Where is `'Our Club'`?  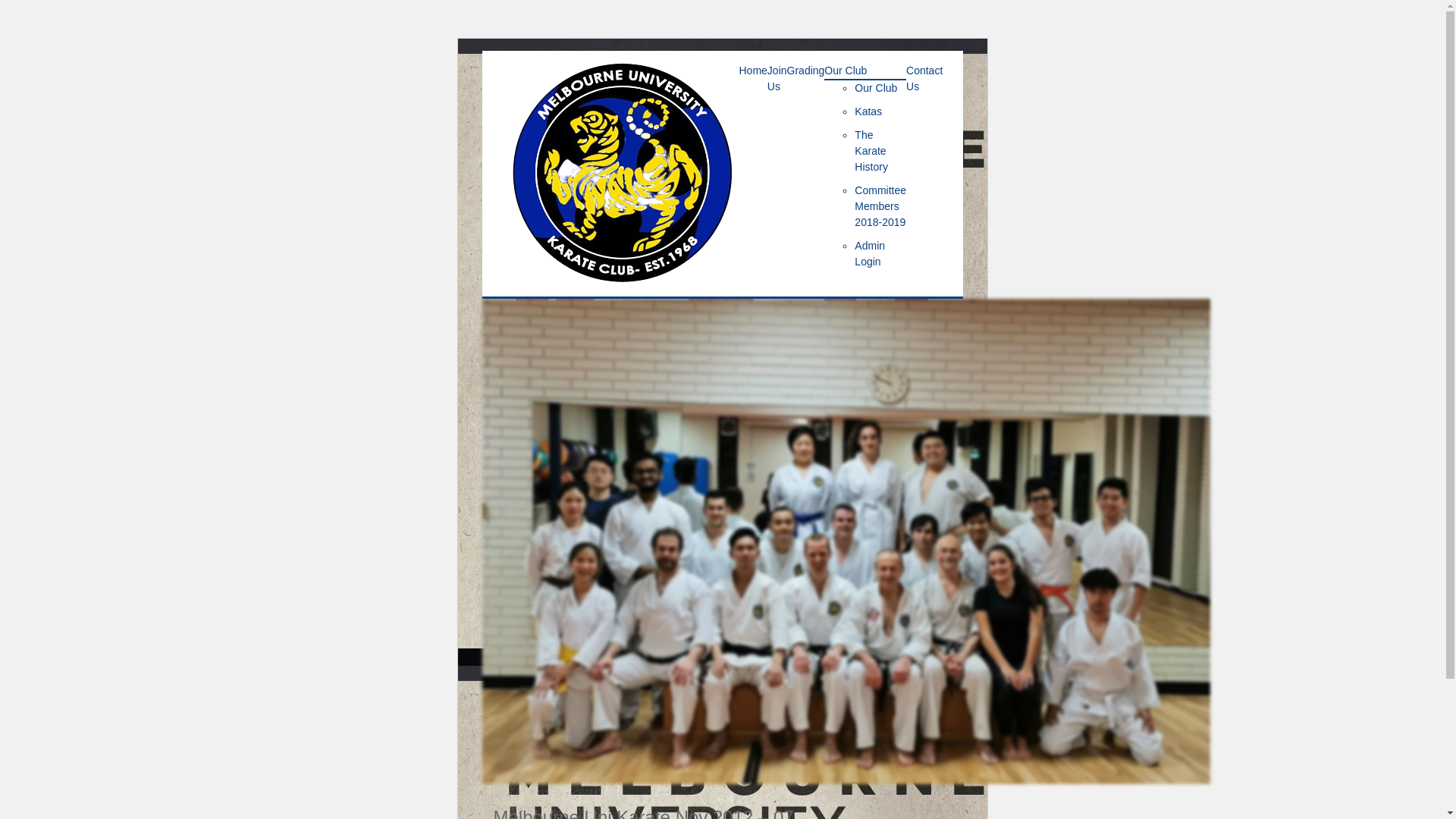
'Our Club' is located at coordinates (876, 87).